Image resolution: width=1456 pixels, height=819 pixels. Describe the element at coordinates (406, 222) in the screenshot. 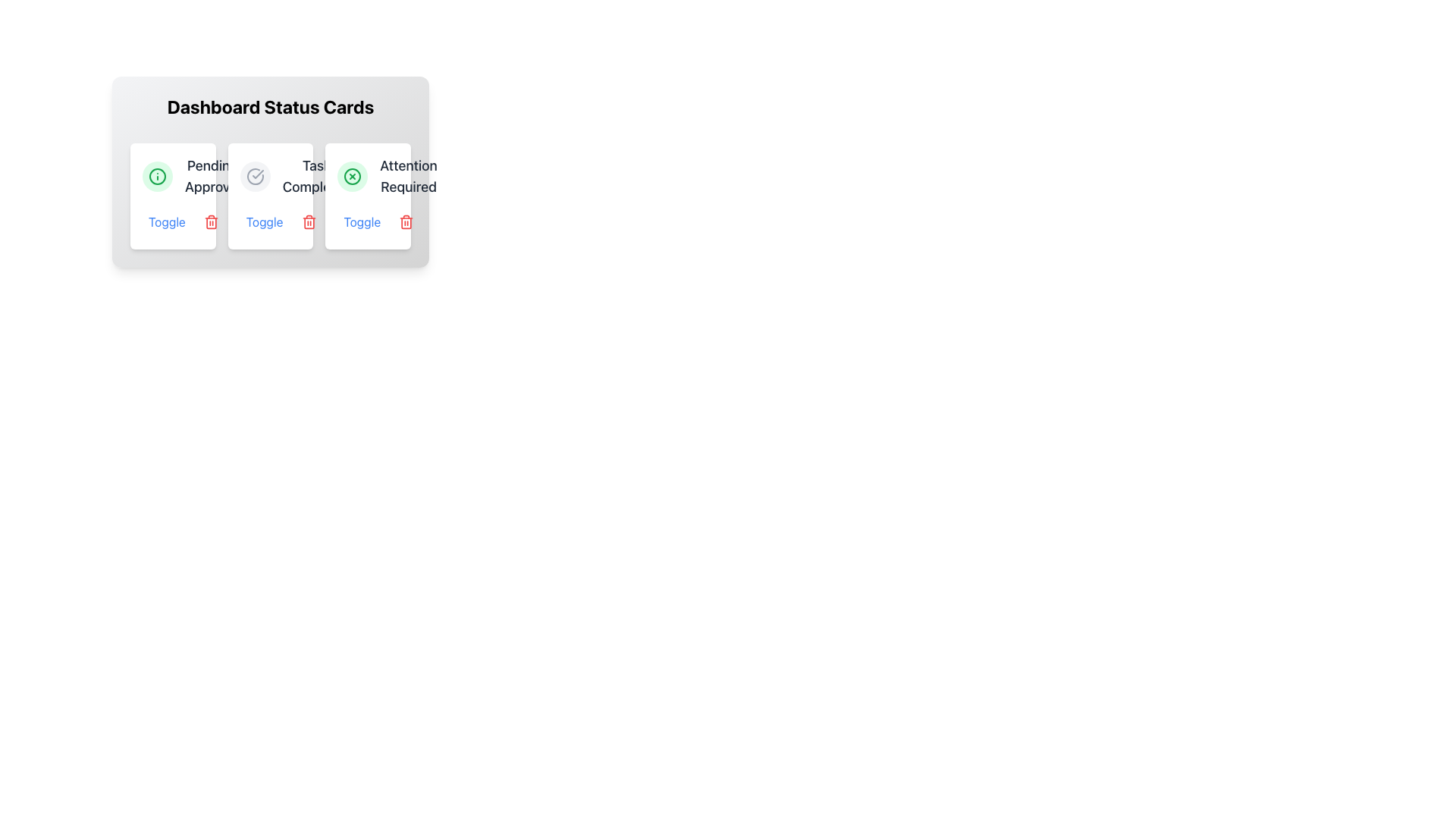

I see `the red trash icon button at the bottom right corner of the 'Attention Required' card` at that location.